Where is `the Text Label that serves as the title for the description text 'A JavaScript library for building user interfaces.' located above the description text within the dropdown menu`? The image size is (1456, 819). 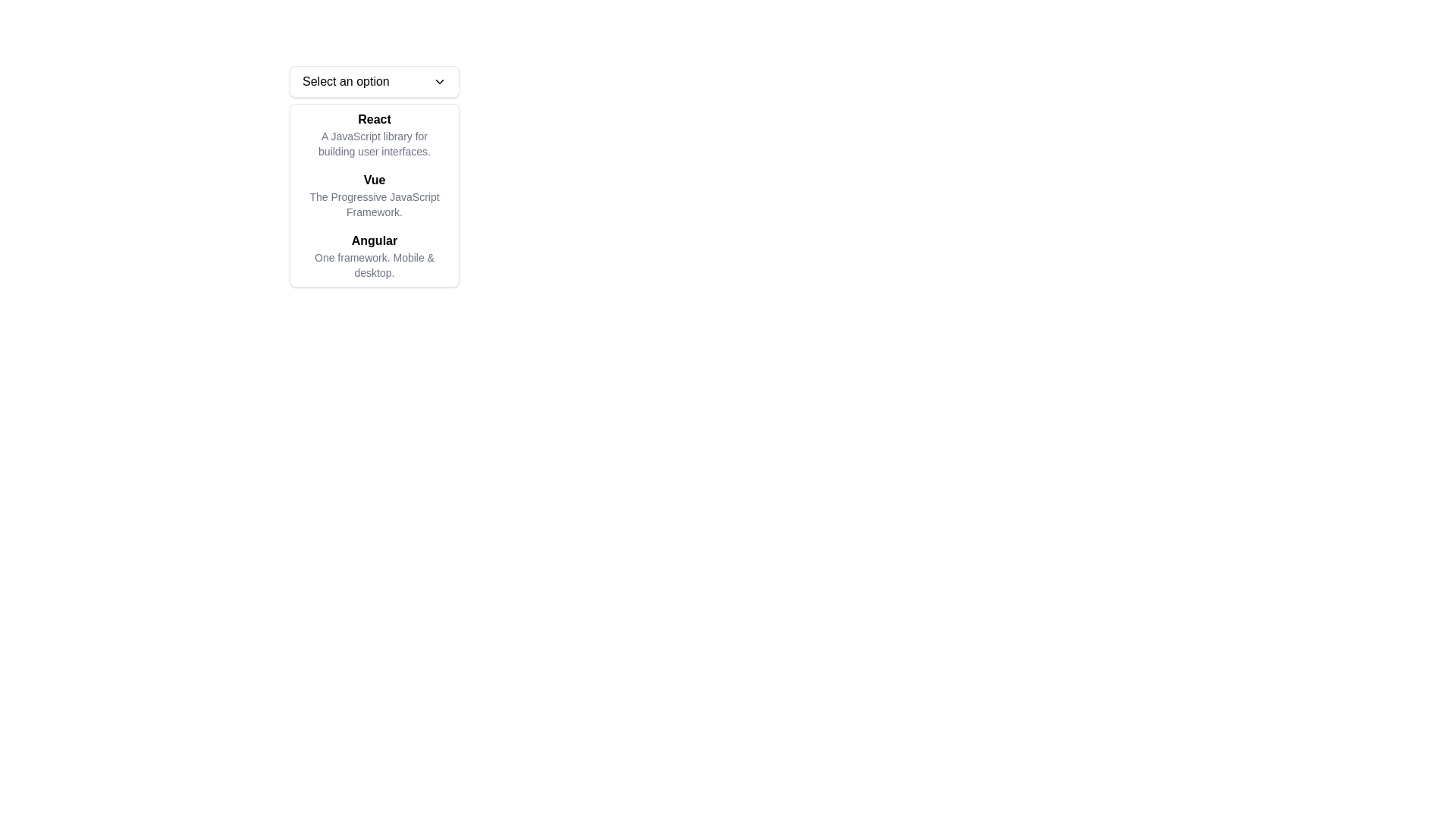 the Text Label that serves as the title for the description text 'A JavaScript library for building user interfaces.' located above the description text within the dropdown menu is located at coordinates (375, 119).